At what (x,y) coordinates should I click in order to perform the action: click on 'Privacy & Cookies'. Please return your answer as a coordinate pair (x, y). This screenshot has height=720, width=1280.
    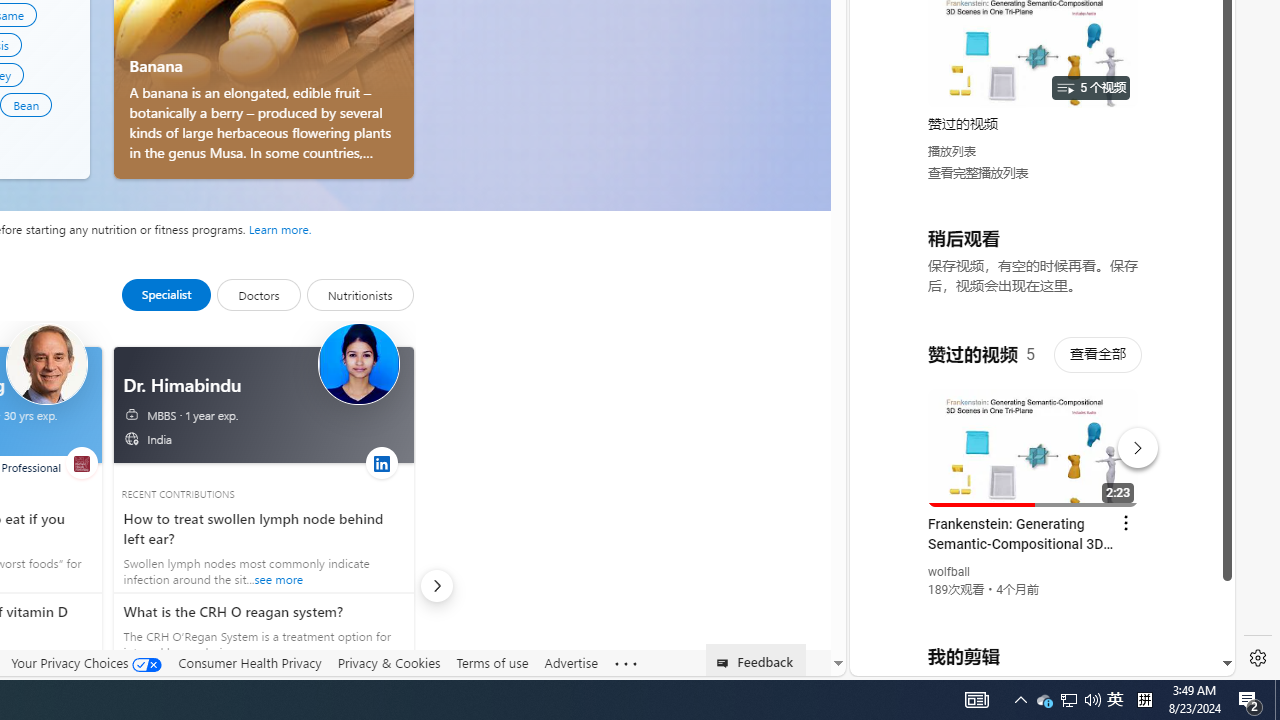
    Looking at the image, I should click on (389, 663).